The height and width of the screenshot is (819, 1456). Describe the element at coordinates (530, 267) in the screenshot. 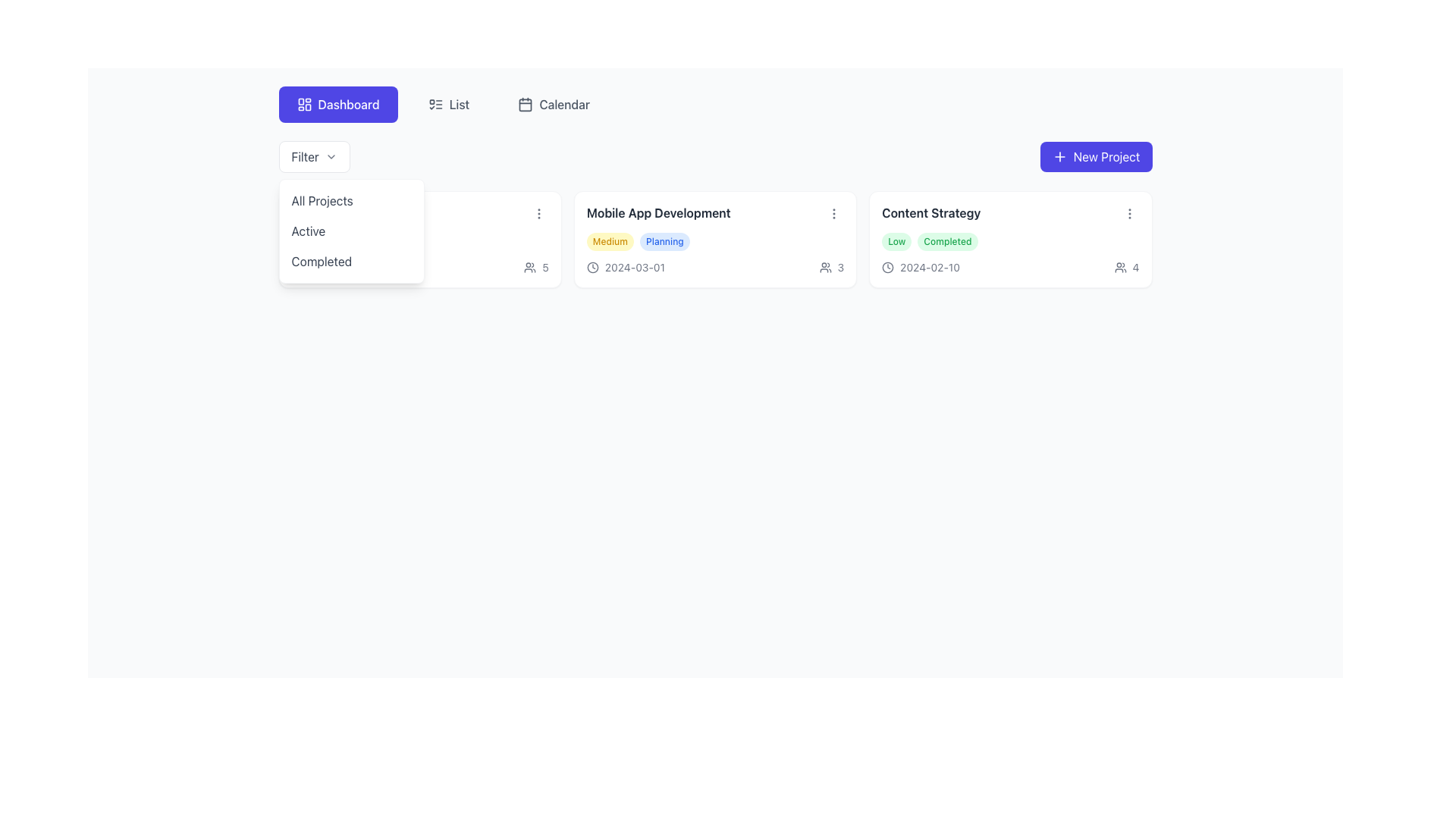

I see `the collaborator icon located to the left of the number '5' in the card labeled 'Mobile App Development'` at that location.